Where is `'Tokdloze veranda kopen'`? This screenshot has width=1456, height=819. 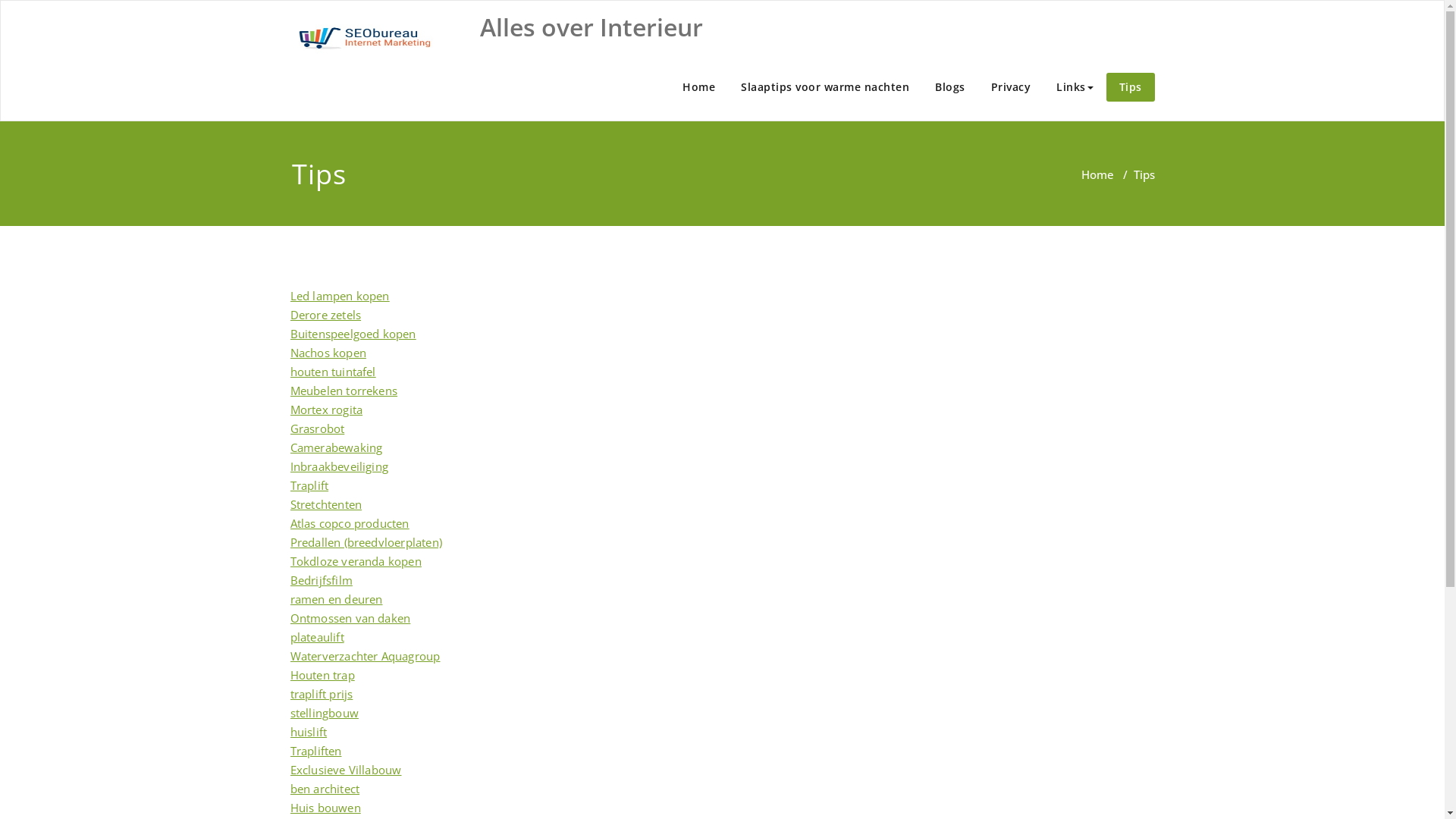
'Tokdloze veranda kopen' is located at coordinates (354, 561).